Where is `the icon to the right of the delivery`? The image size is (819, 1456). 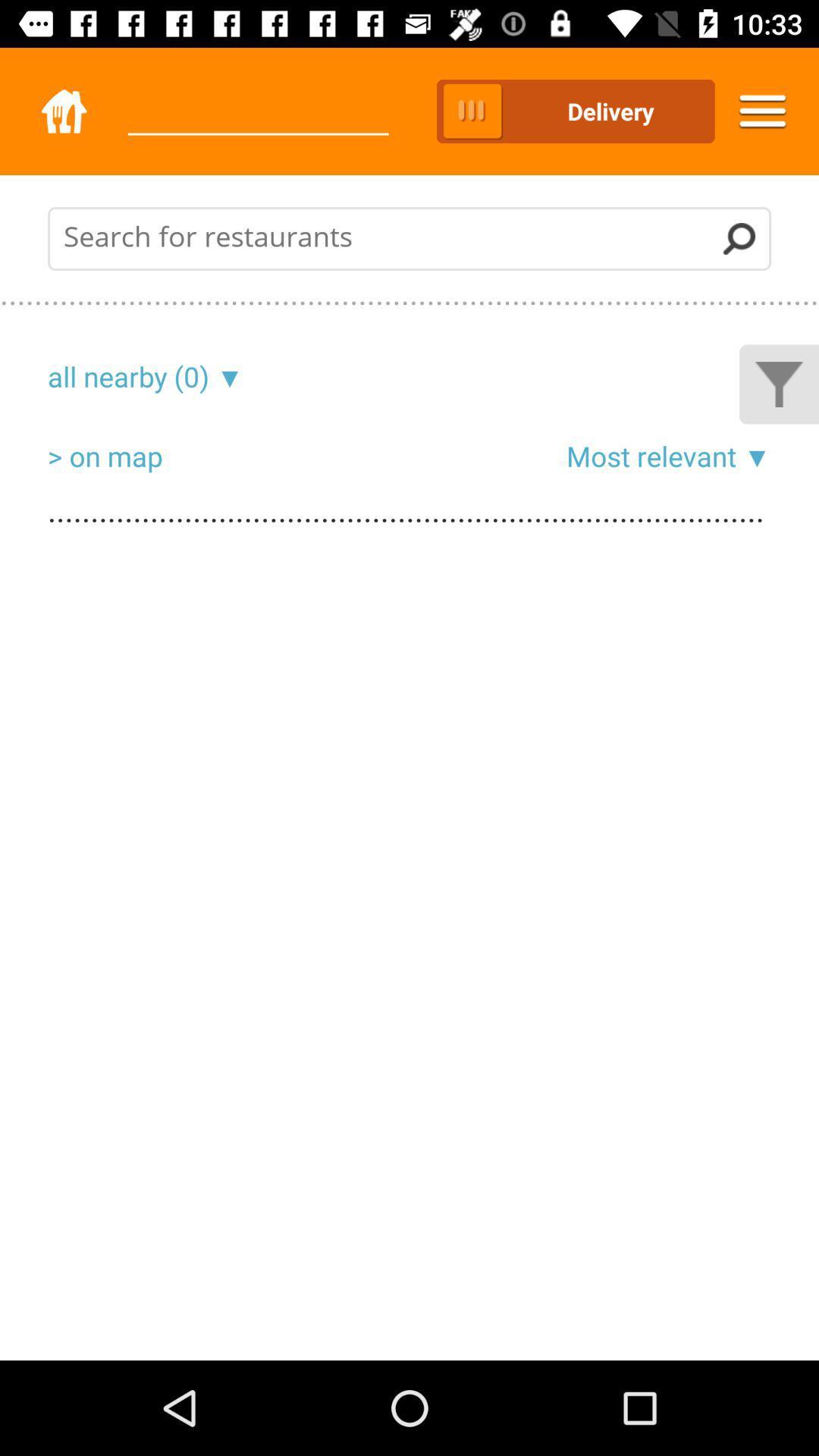 the icon to the right of the delivery is located at coordinates (762, 111).